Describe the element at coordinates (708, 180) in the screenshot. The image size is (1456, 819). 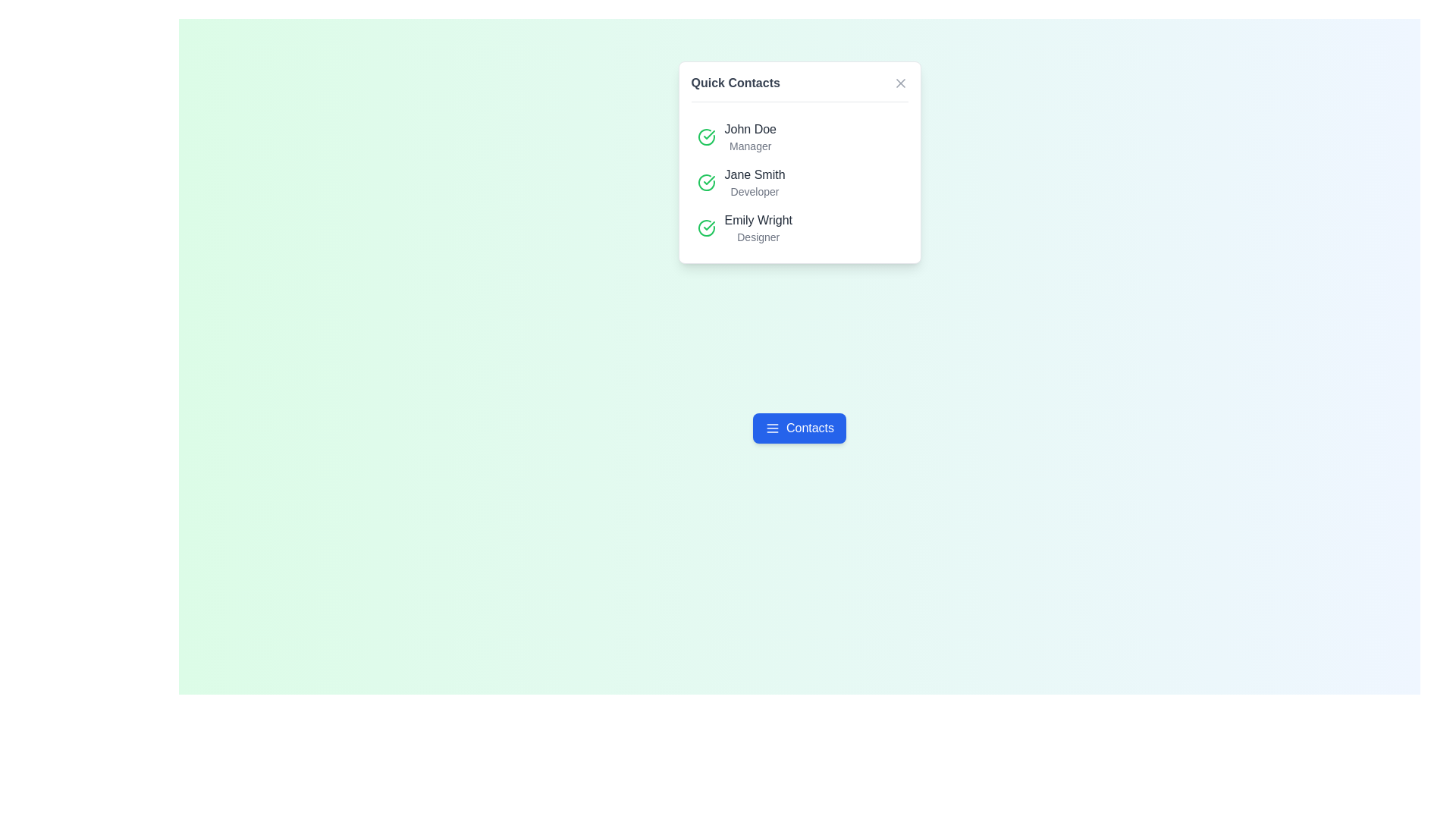
I see `first checkmark icon within the Quick Contacts panel, which is a light green circular icon with a green stroke checkmark, for styling or debugging purposes` at that location.